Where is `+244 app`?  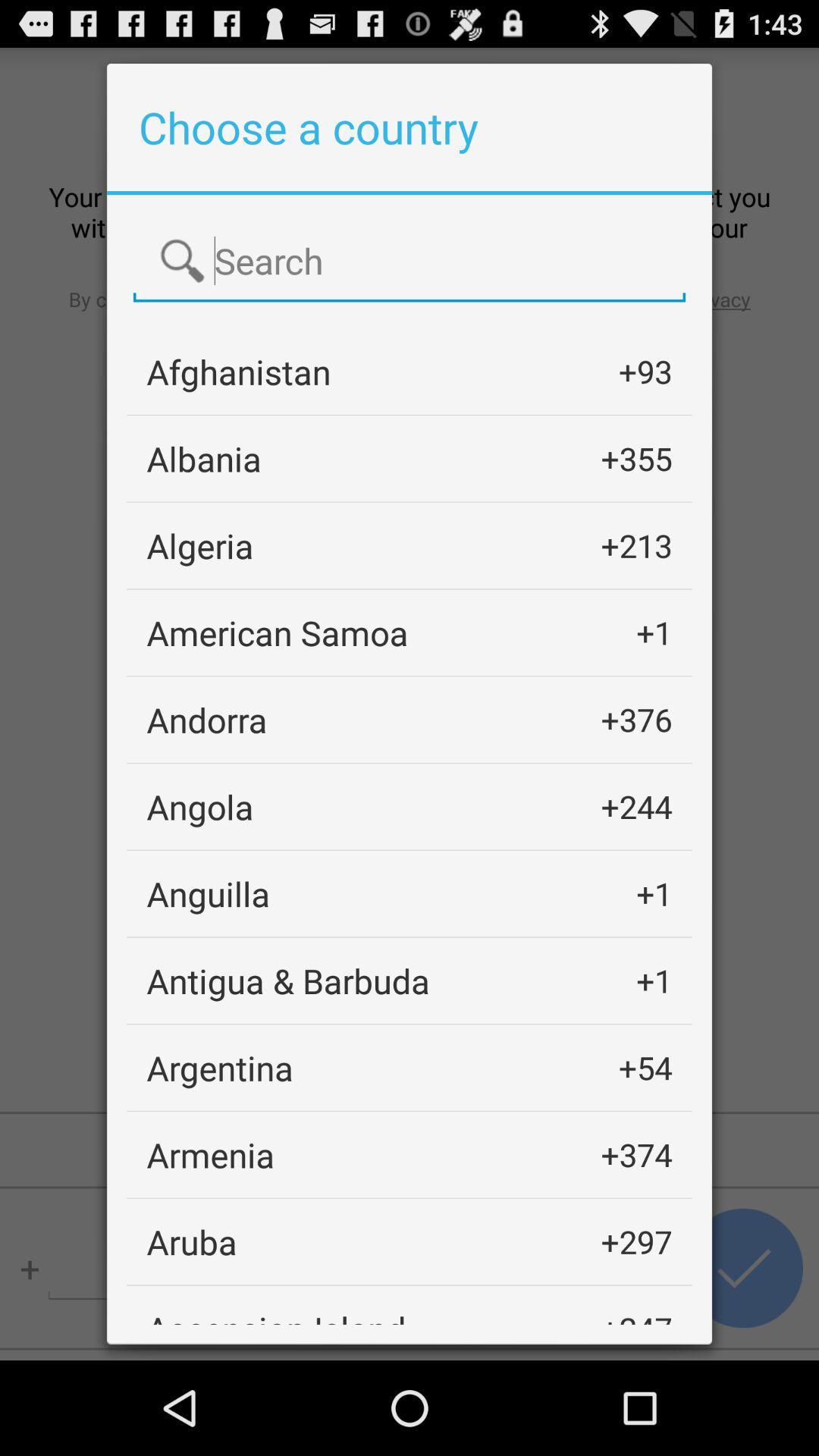 +244 app is located at coordinates (636, 805).